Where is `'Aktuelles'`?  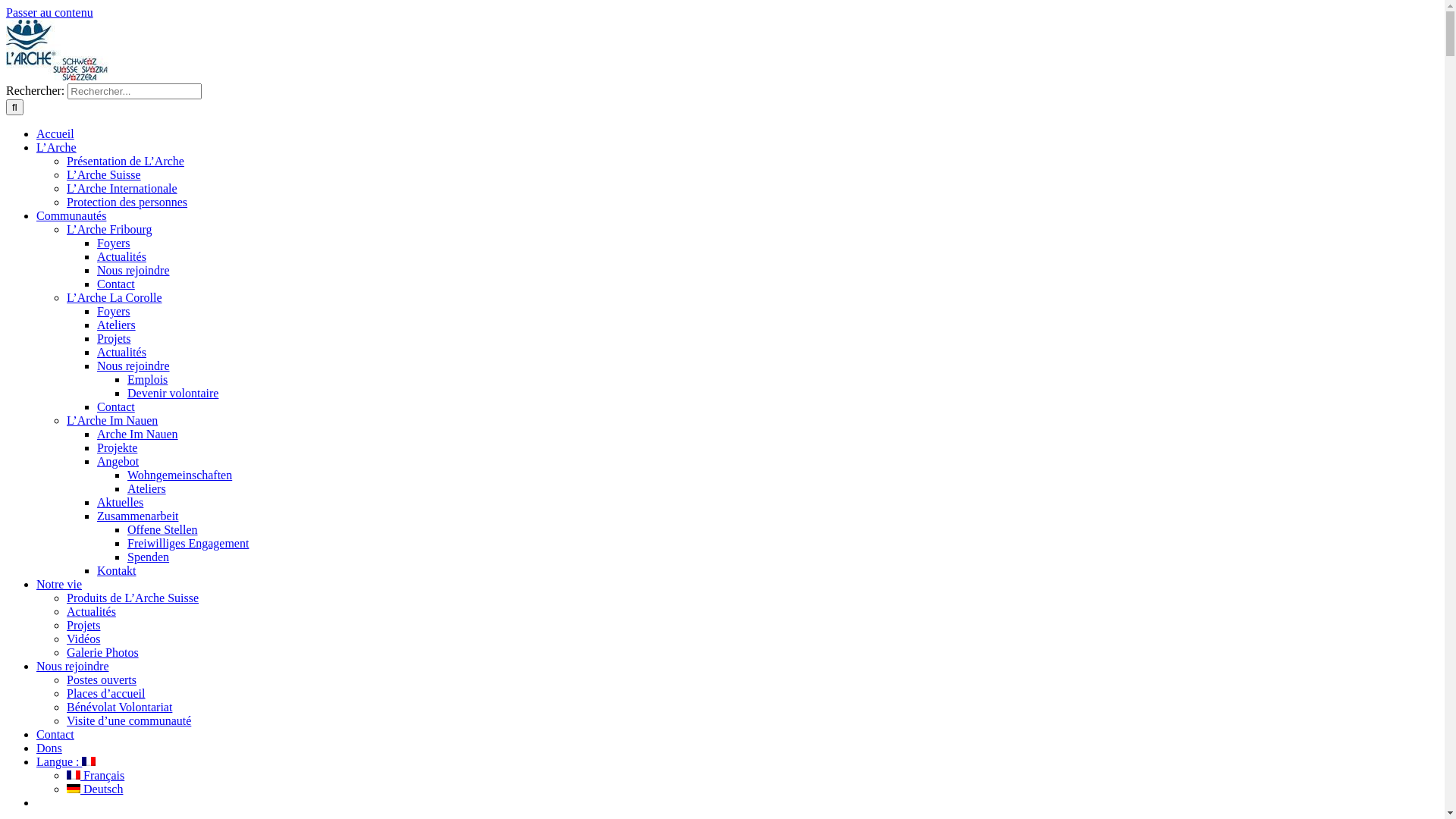
'Aktuelles' is located at coordinates (96, 502).